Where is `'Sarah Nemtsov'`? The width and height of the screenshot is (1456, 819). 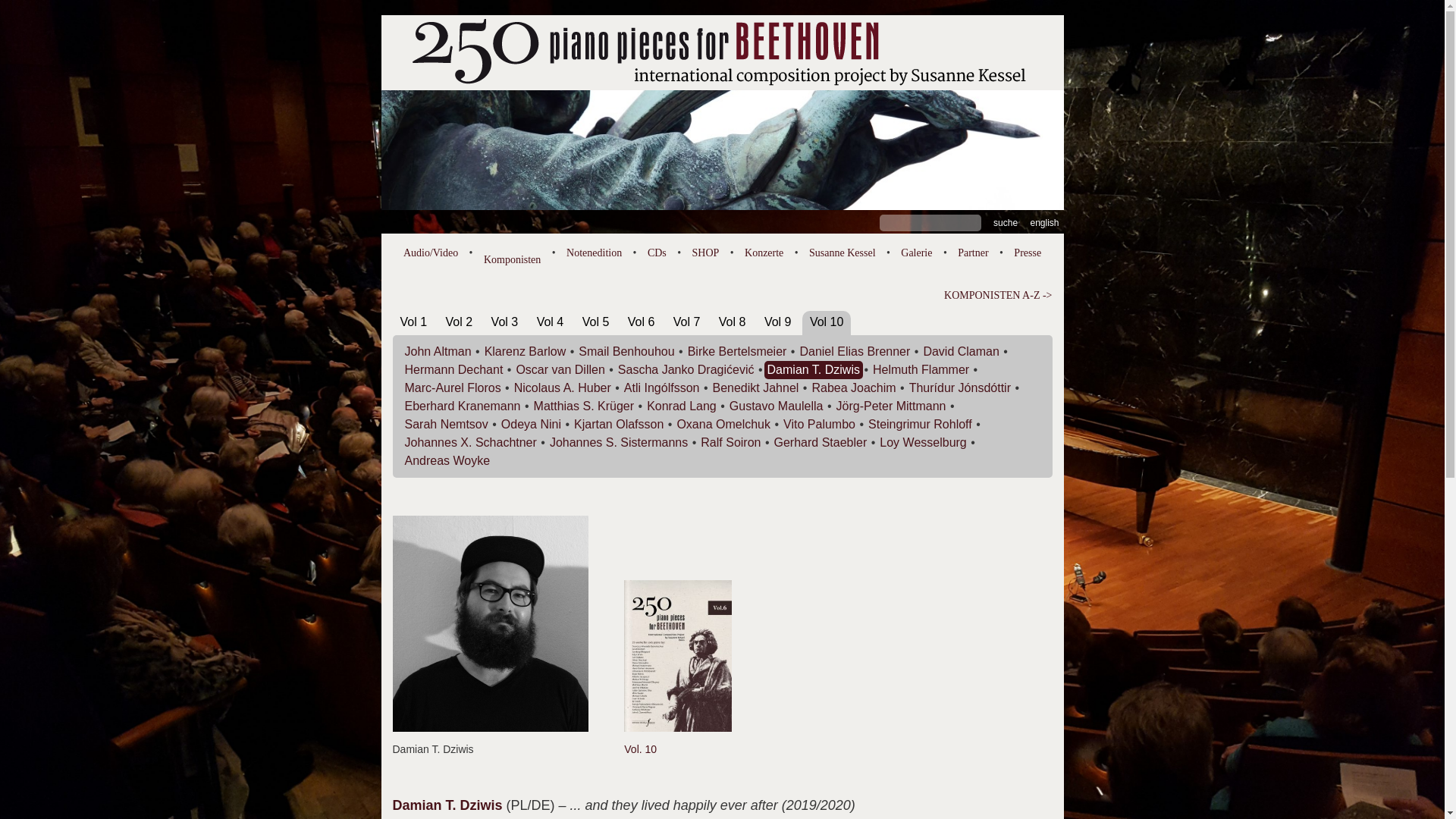
'Sarah Nemtsov' is located at coordinates (446, 424).